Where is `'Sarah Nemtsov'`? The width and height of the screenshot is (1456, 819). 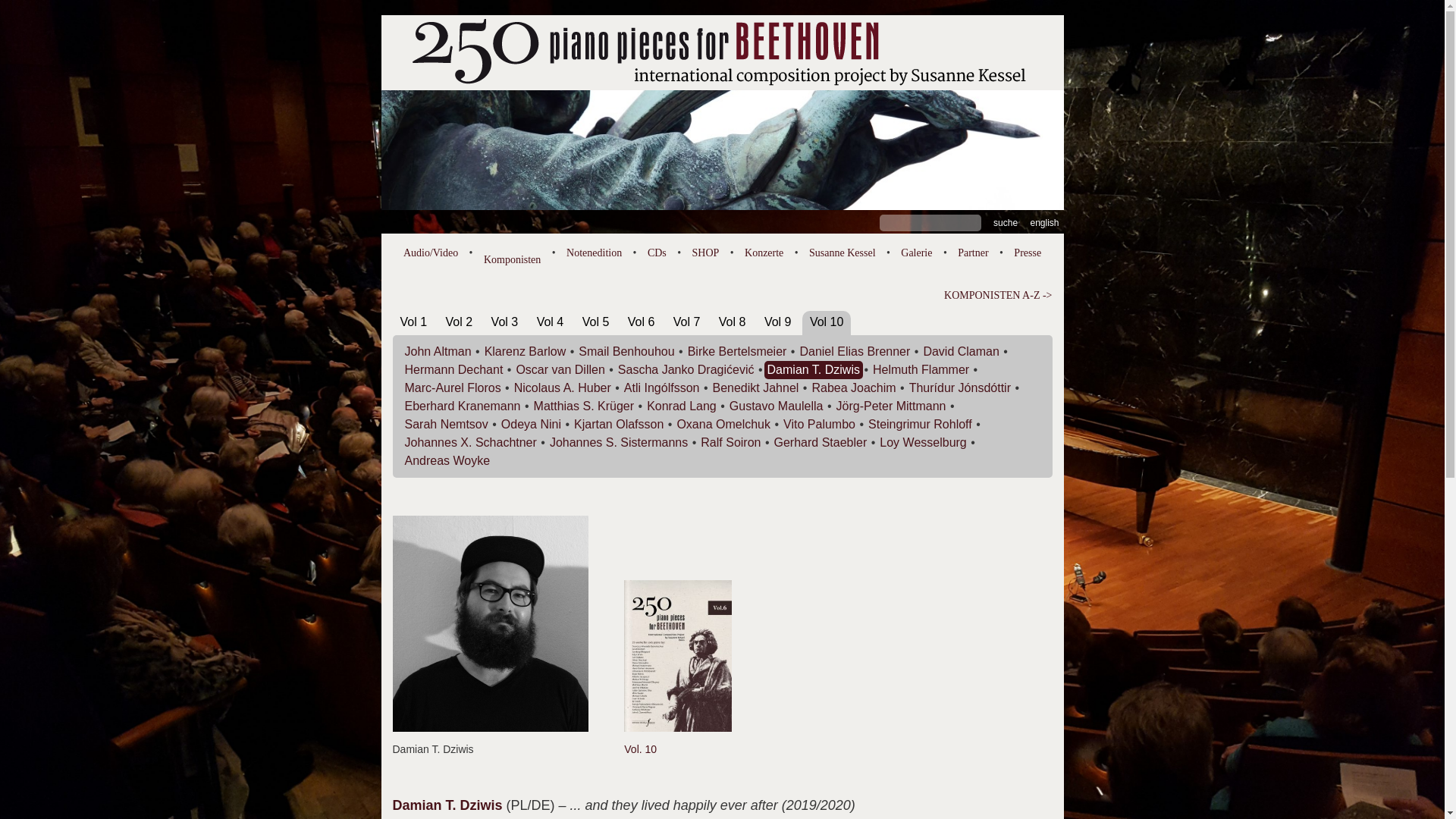
'Sarah Nemtsov' is located at coordinates (446, 424).